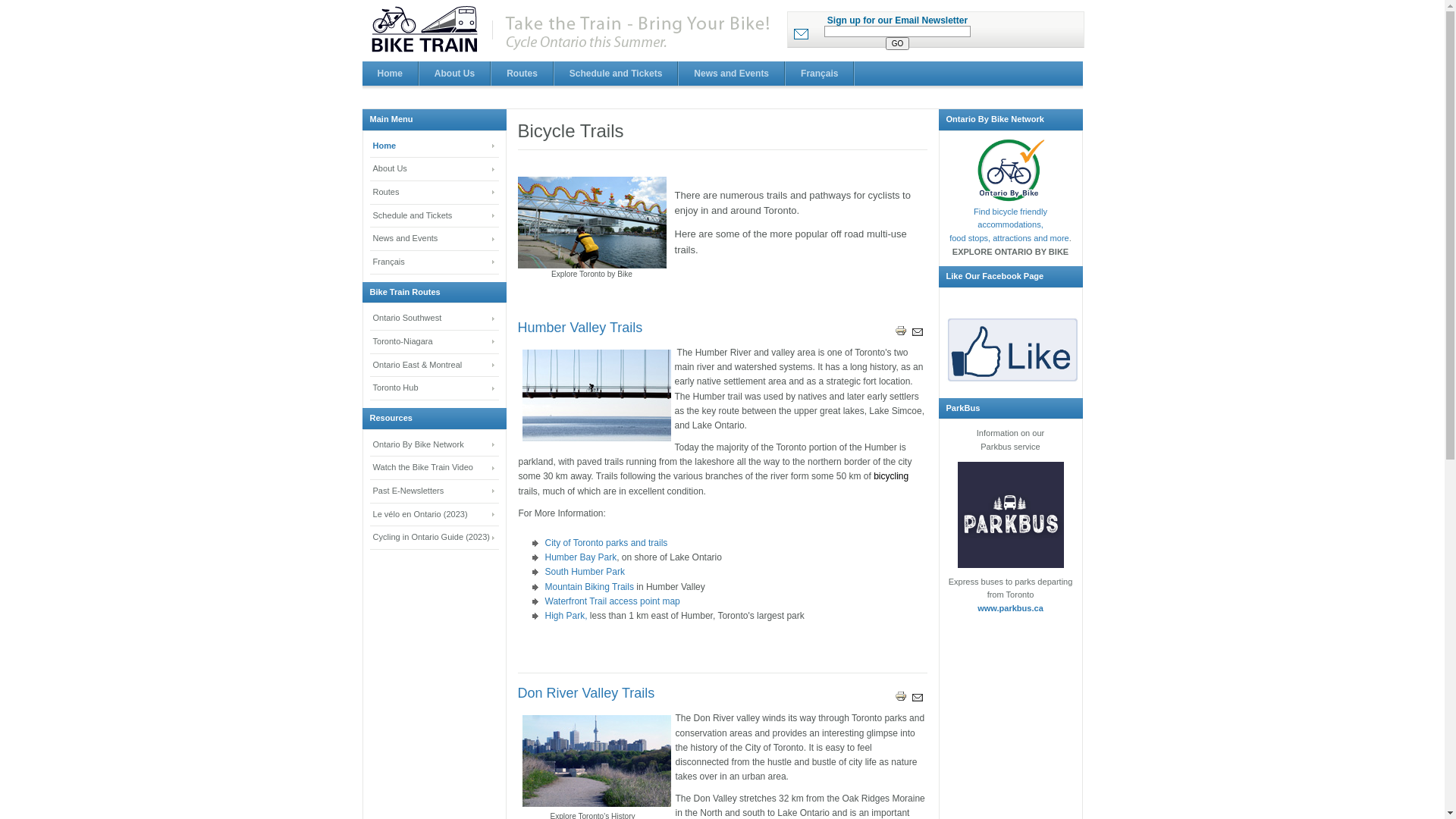 This screenshot has height=819, width=1456. Describe the element at coordinates (370, 467) in the screenshot. I see `'Watch the Bike Train Video'` at that location.